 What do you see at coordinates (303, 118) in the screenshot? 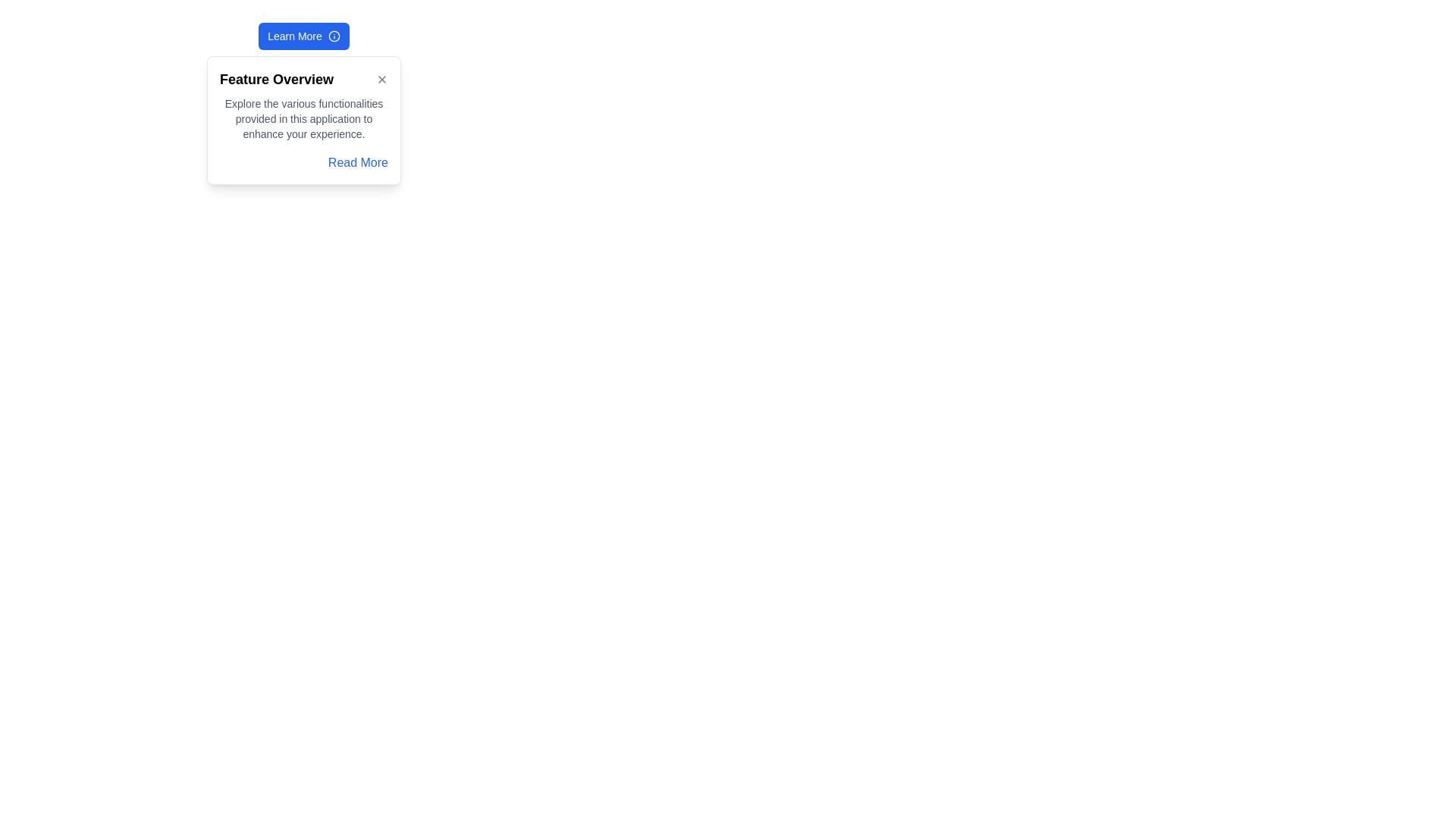
I see `the text paragraph styled with a small font size and gray color, which contains the sentence: "Explore the various functionalities provided in this application to enhance your experience." This text is located within a card-like structure, directly beneath the 'Feature Overview' header and above the 'Read More' text link` at bounding box center [303, 118].